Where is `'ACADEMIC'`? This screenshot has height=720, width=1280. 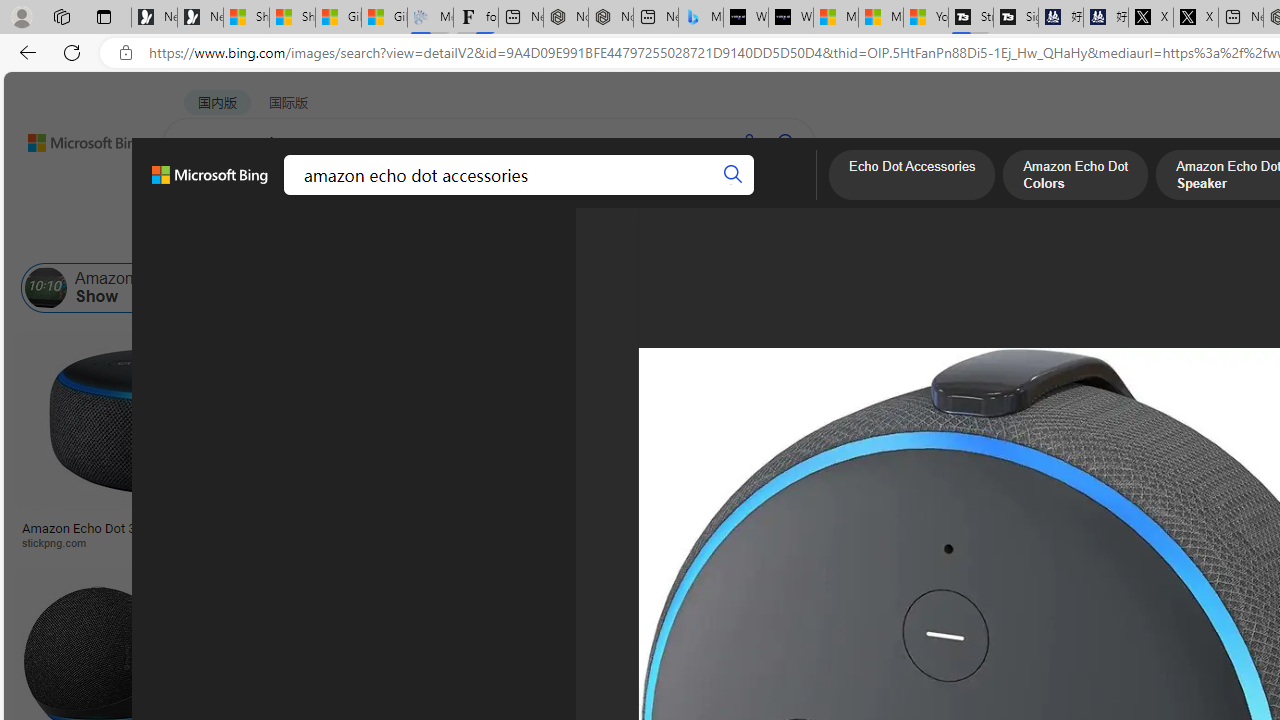
'ACADEMIC' is located at coordinates (548, 195).